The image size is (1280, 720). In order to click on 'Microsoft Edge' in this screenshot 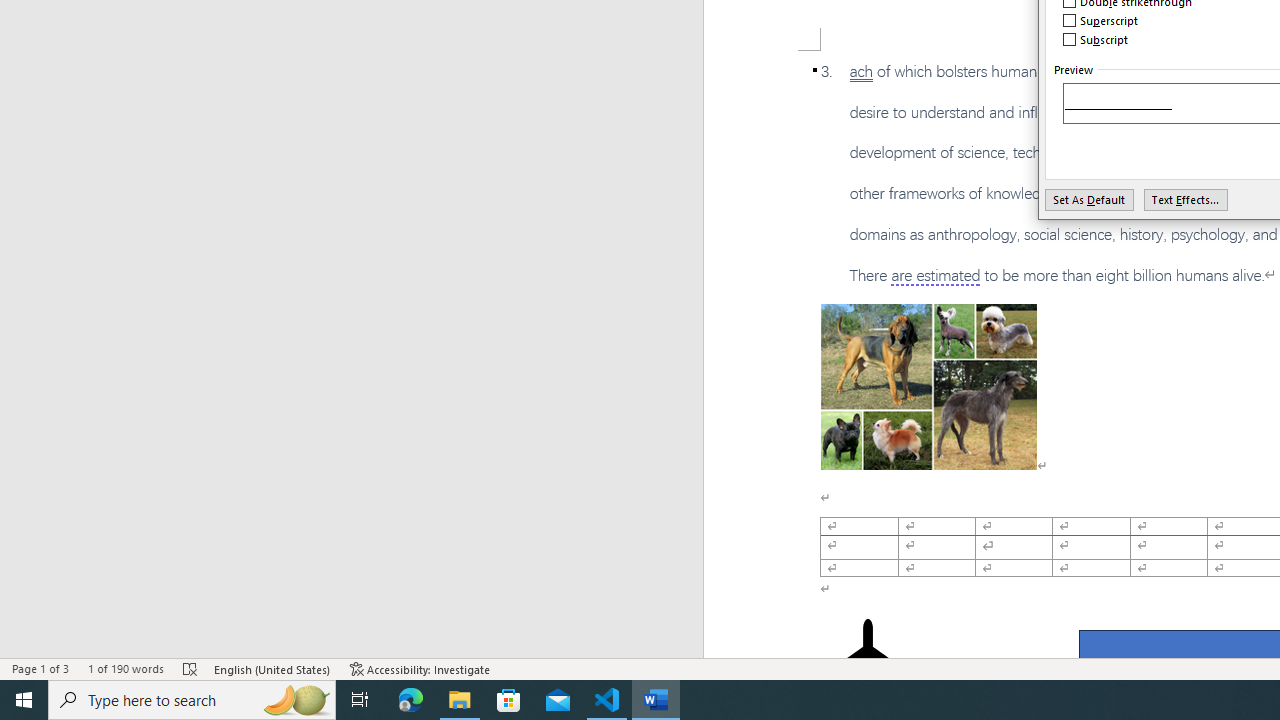, I will do `click(410, 698)`.